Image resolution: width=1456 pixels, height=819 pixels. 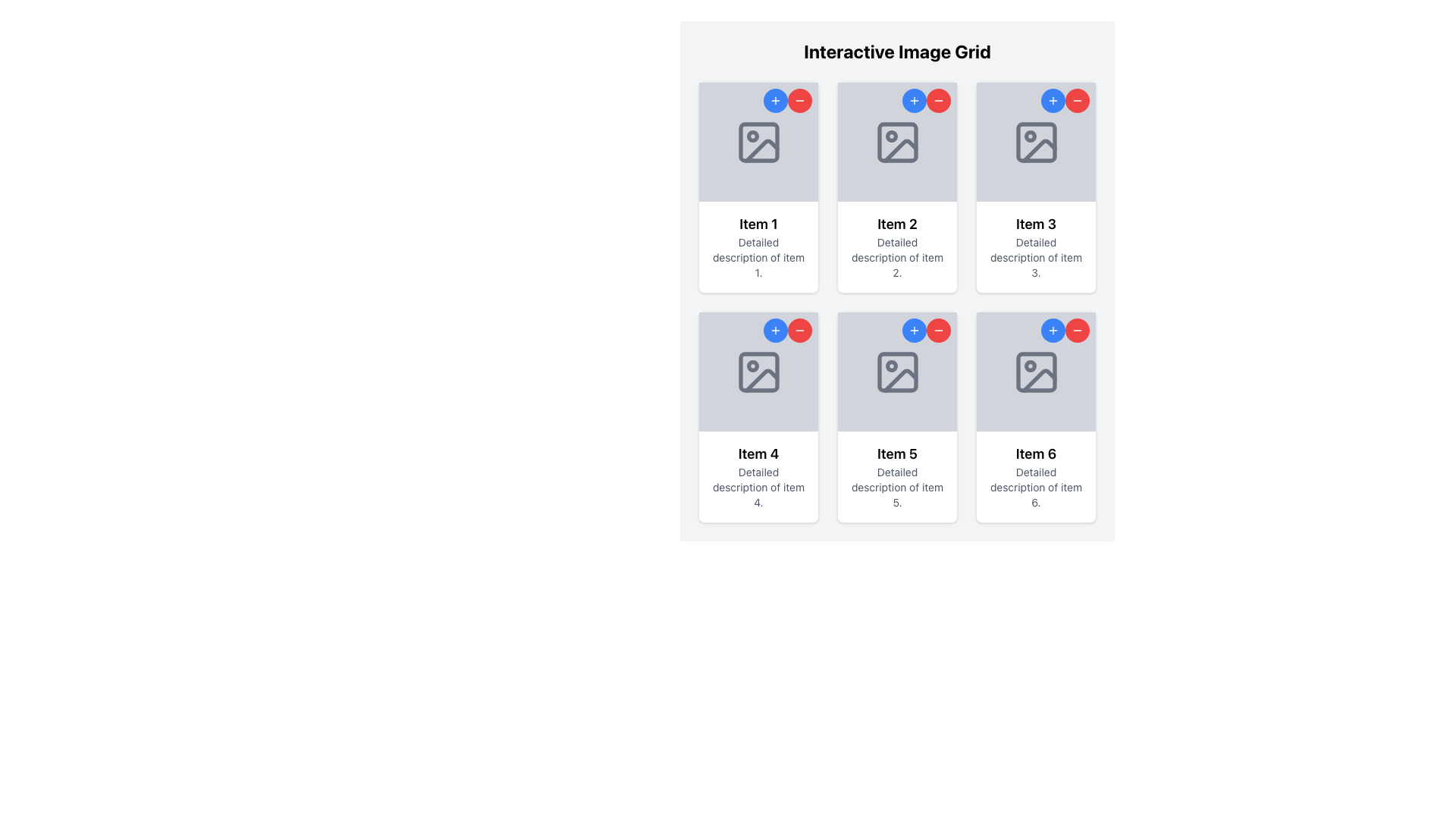 What do you see at coordinates (1052, 329) in the screenshot?
I see `the small blue circular button with a white plus symbol located in the top-left corner of the sixth item tile` at bounding box center [1052, 329].